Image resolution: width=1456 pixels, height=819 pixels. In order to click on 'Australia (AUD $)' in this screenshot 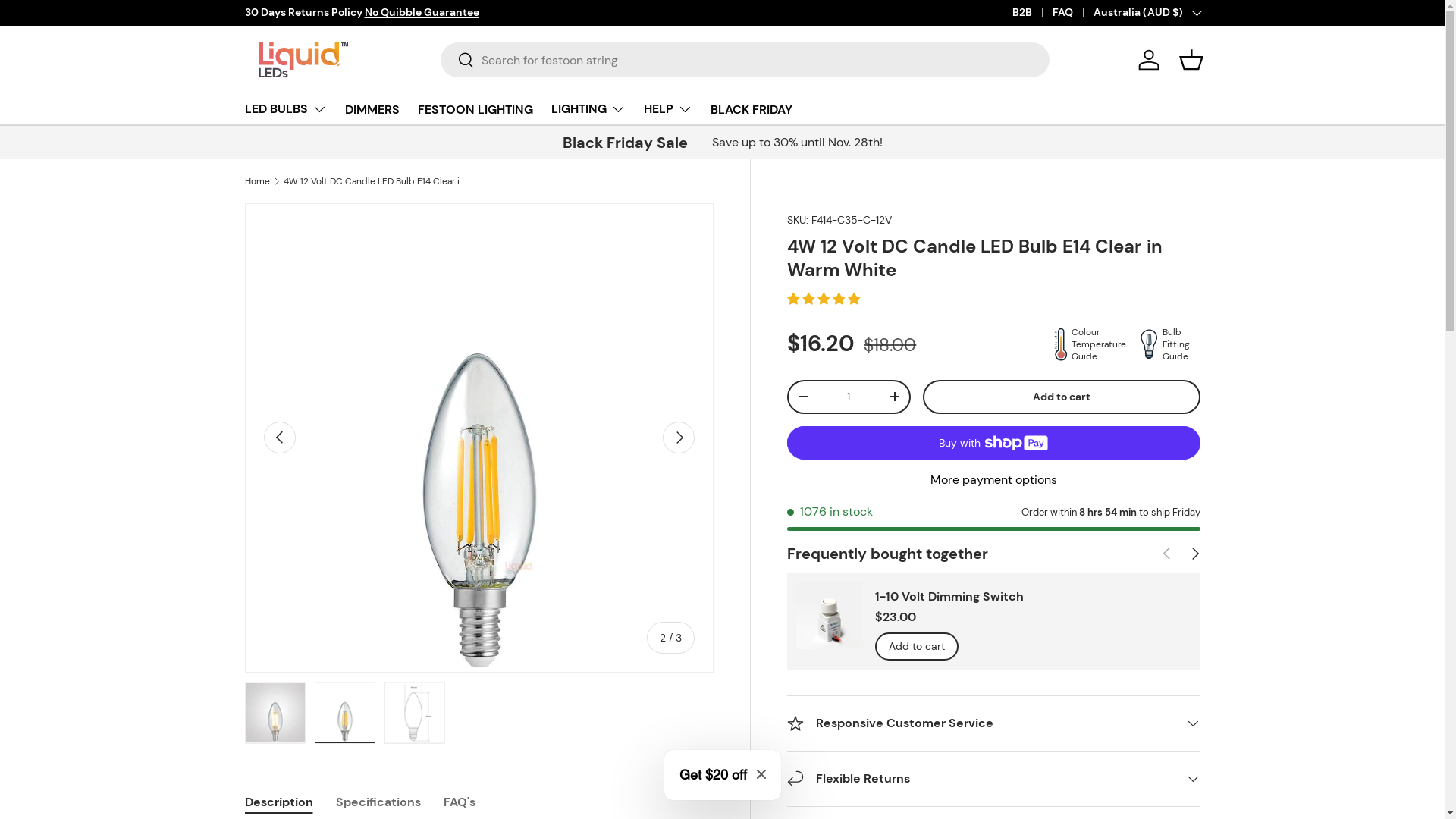, I will do `click(1093, 12)`.